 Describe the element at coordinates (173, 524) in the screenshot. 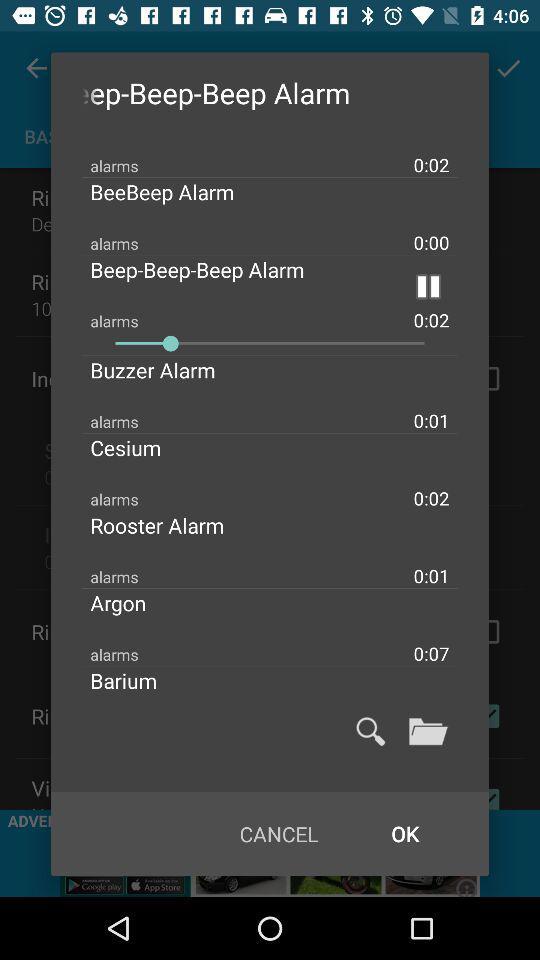

I see `icon below 0:02` at that location.